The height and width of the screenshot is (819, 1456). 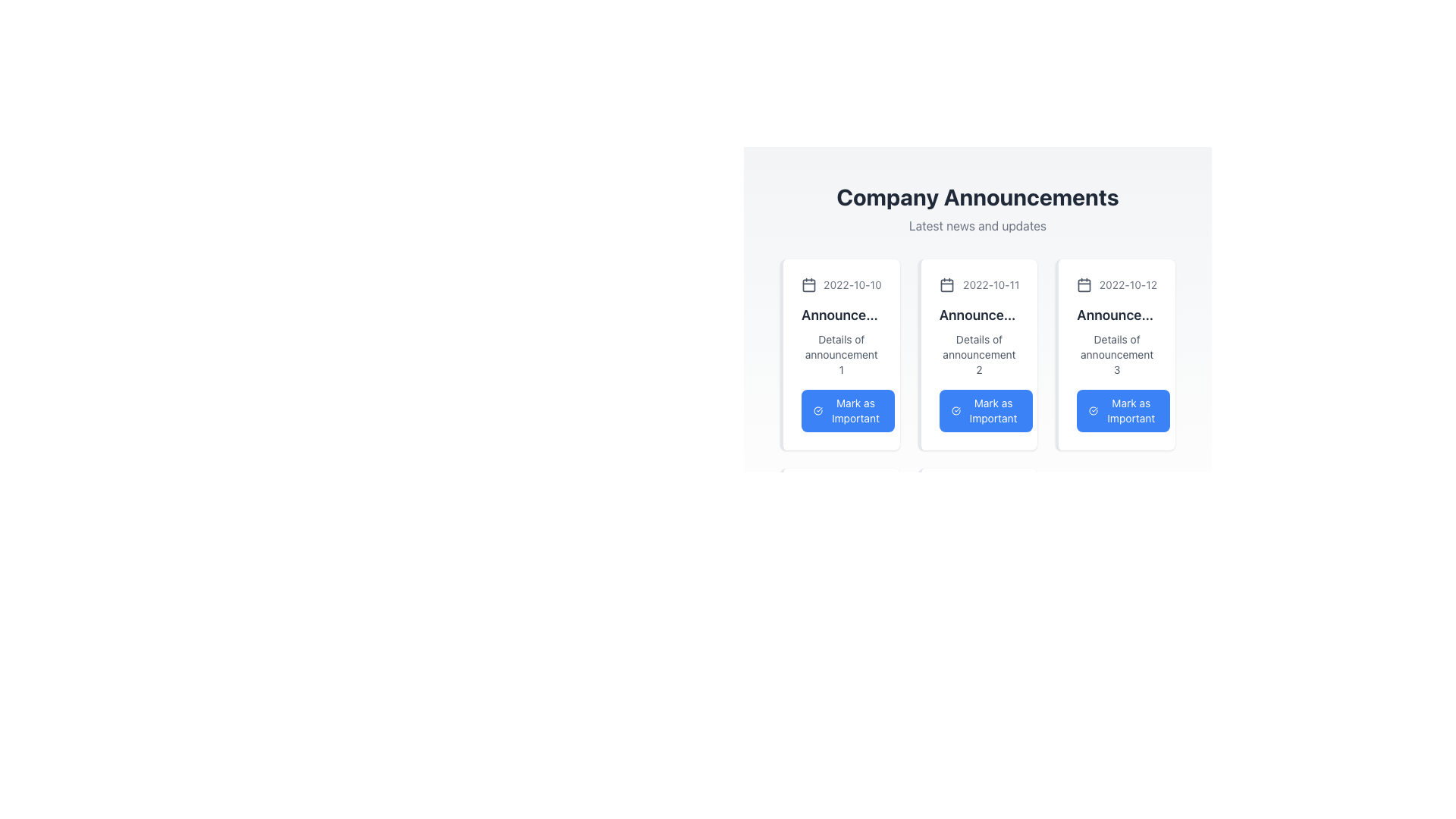 What do you see at coordinates (1084, 284) in the screenshot?
I see `the calendar icon, which is a rectangular shape with rounded corners located at the top-left corner of the date card displaying '2022-10-12'` at bounding box center [1084, 284].